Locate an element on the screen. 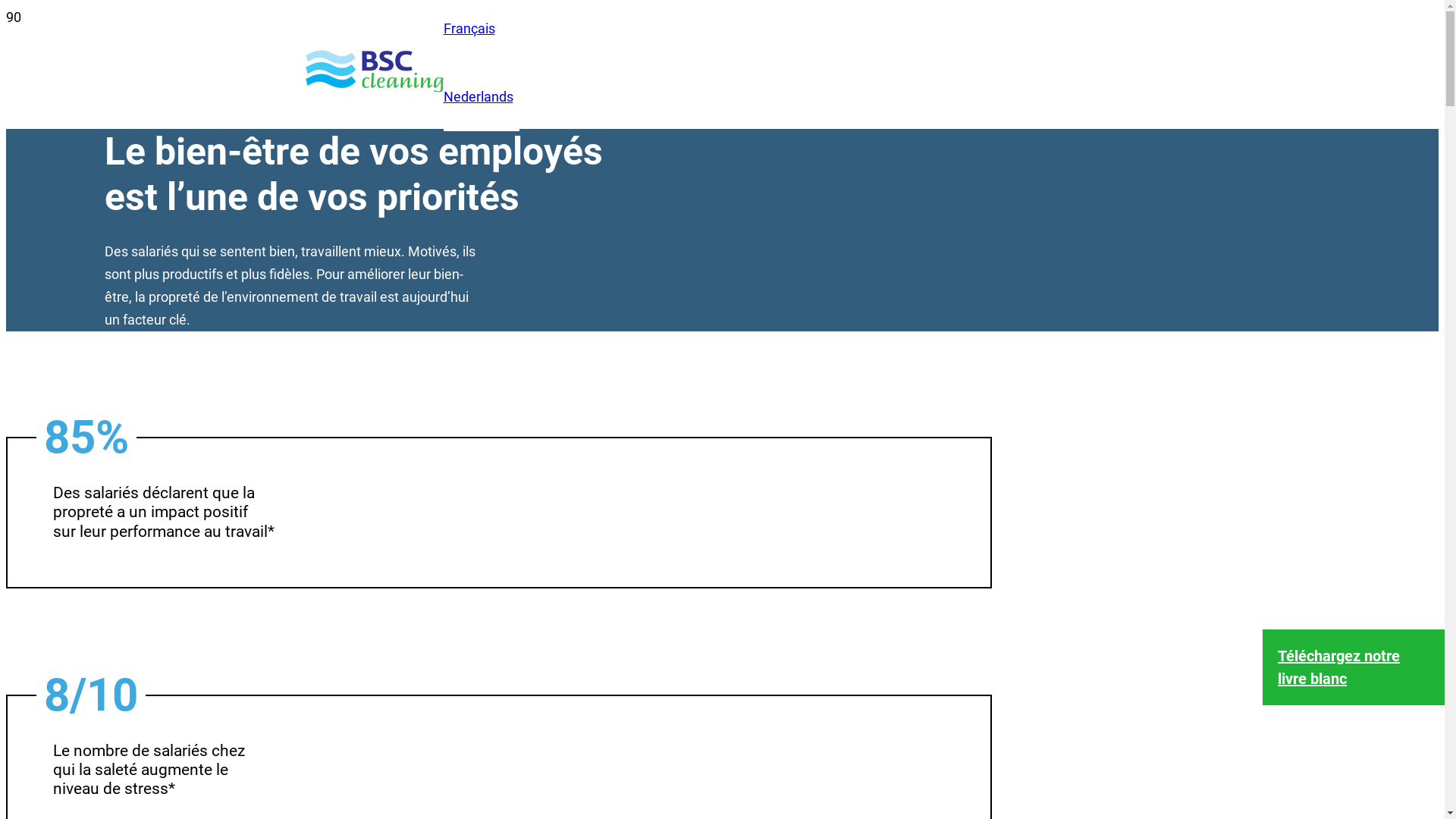 Image resolution: width=1456 pixels, height=819 pixels. 'Nederlands' is located at coordinates (476, 96).